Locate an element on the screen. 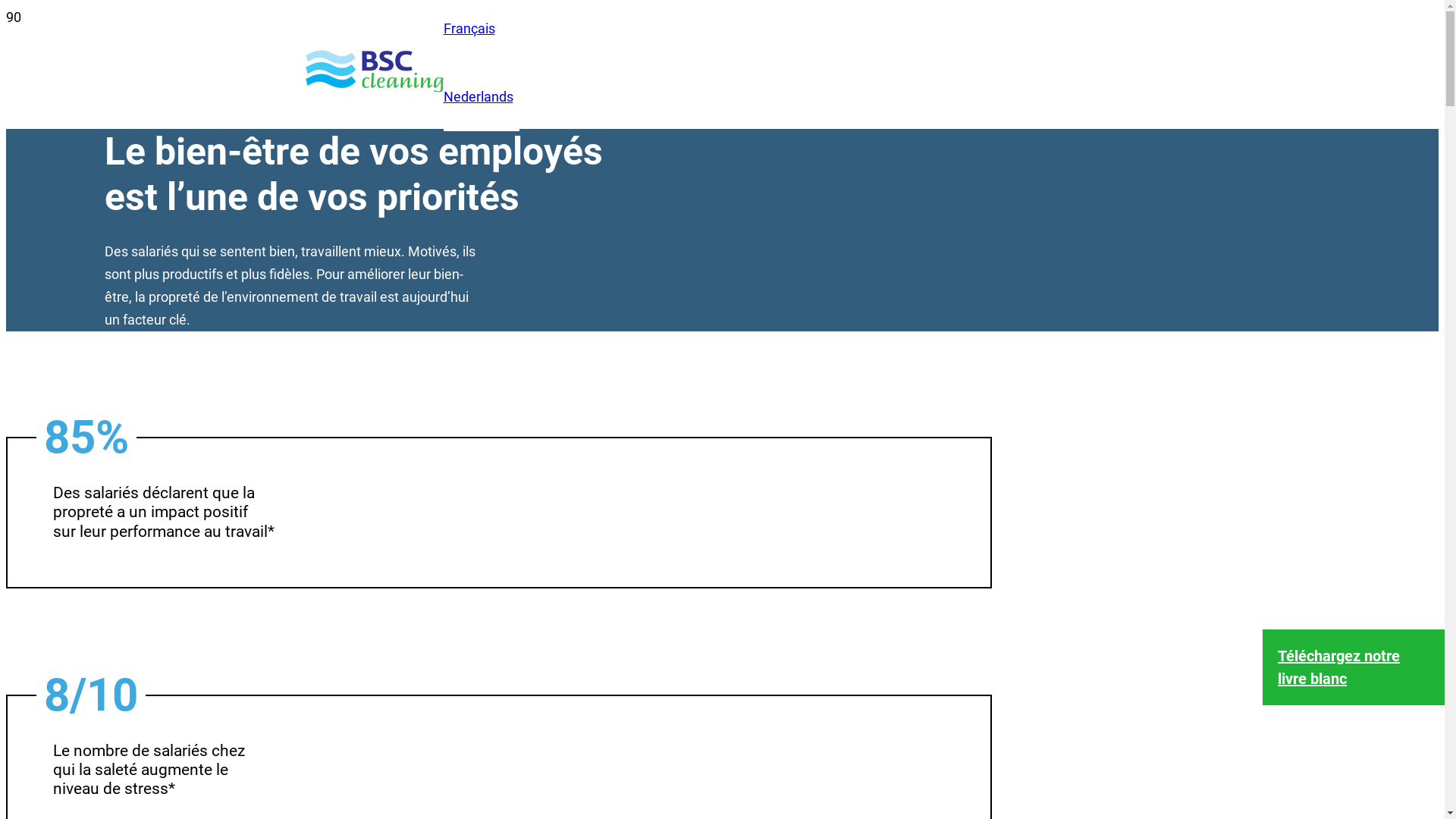 Image resolution: width=1456 pixels, height=819 pixels. 'Nederlands' is located at coordinates (476, 96).